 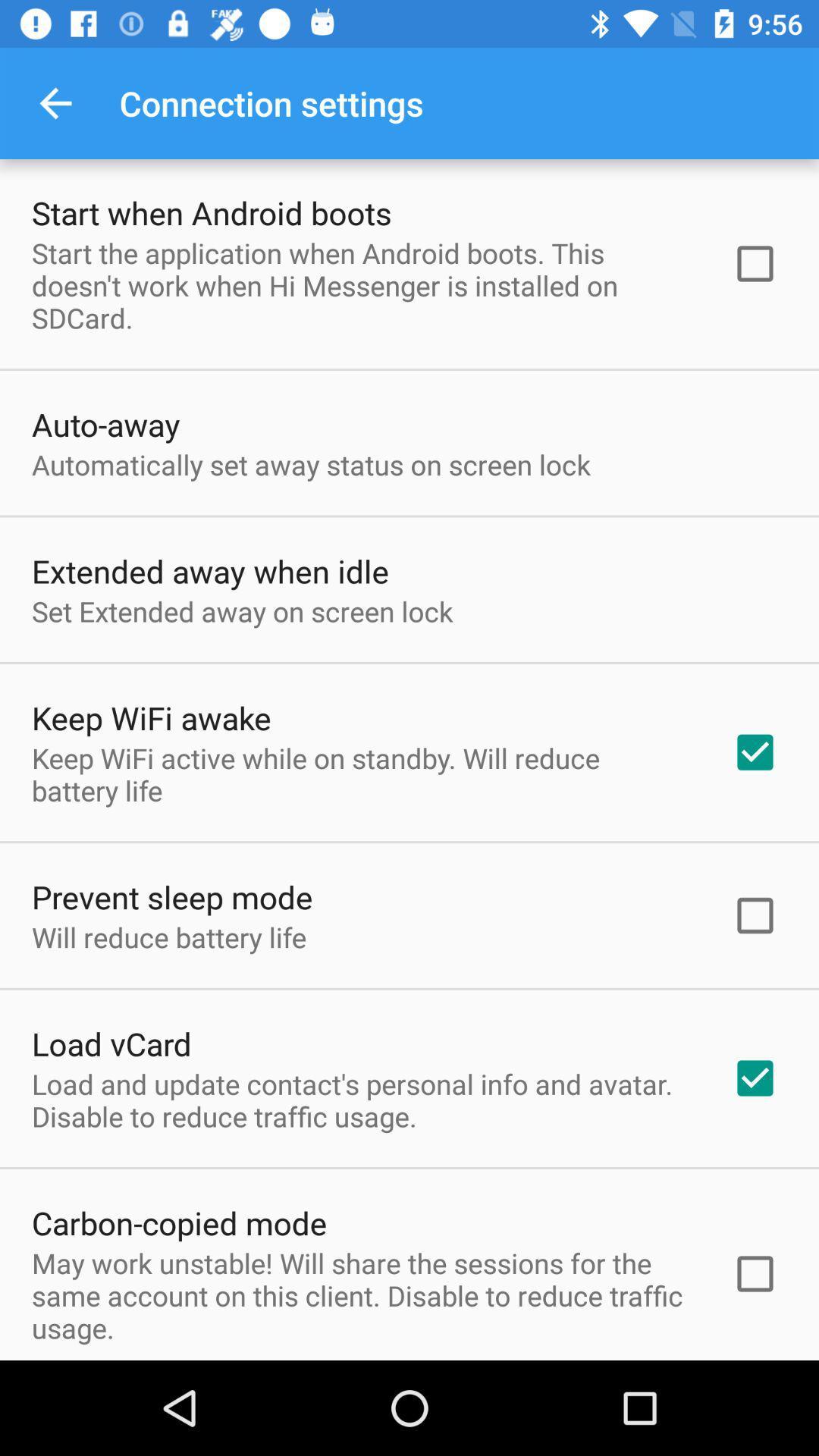 I want to click on the app next to connection settings, so click(x=55, y=102).